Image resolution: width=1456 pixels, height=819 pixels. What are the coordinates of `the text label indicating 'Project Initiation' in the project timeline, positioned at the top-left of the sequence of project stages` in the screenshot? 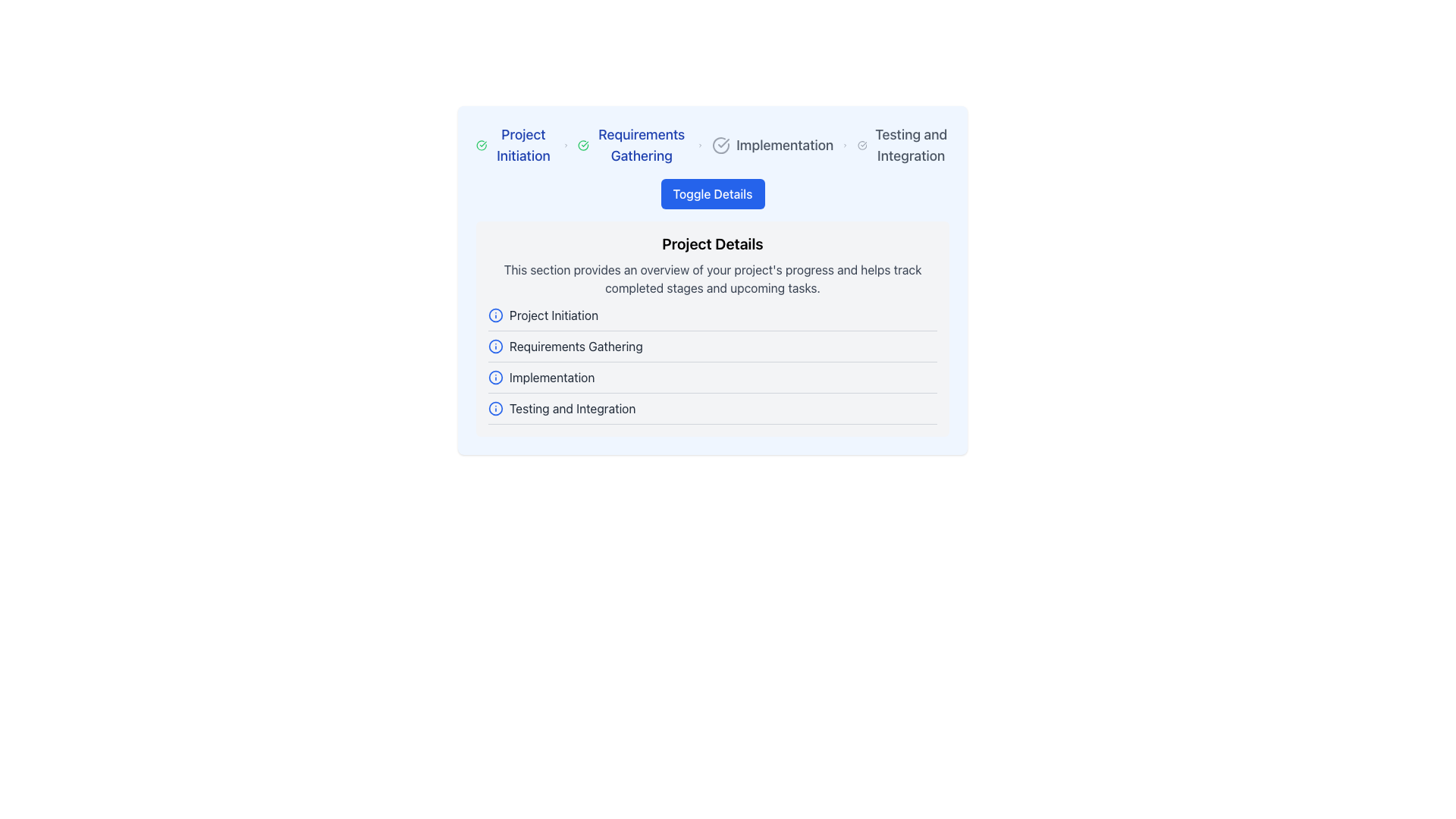 It's located at (523, 146).